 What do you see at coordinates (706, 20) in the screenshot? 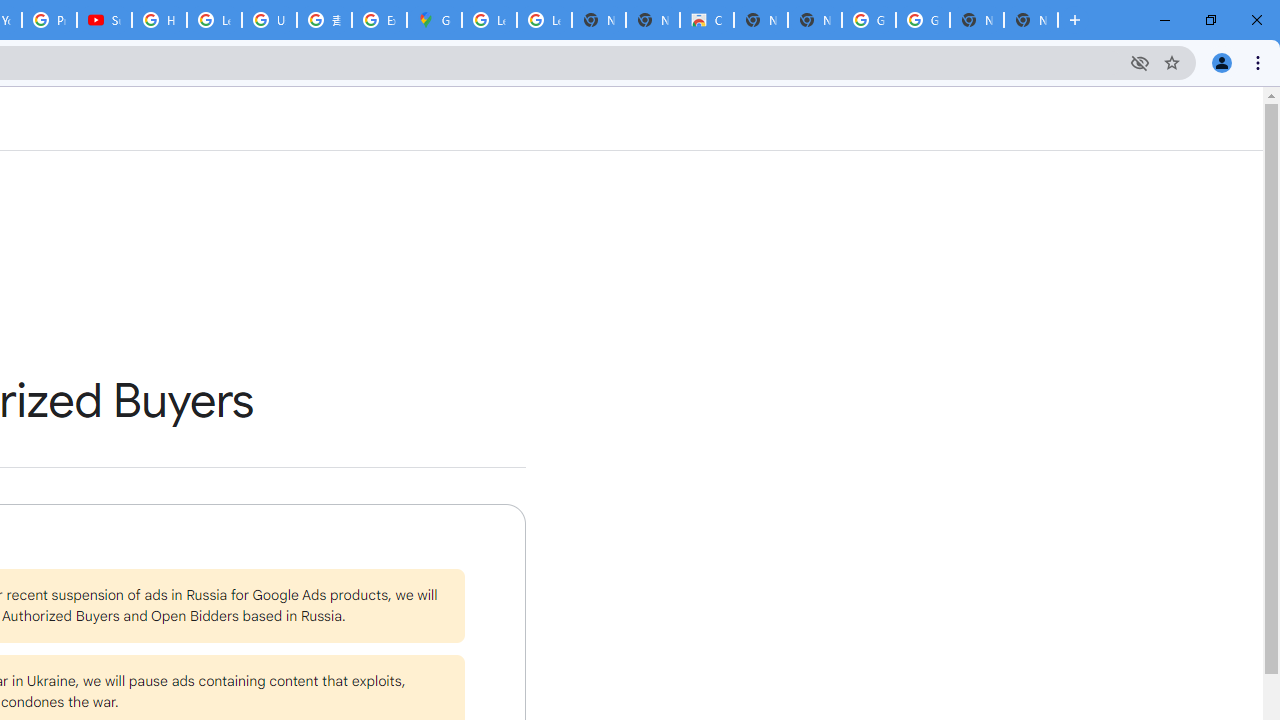
I see `'Chrome Web Store'` at bounding box center [706, 20].